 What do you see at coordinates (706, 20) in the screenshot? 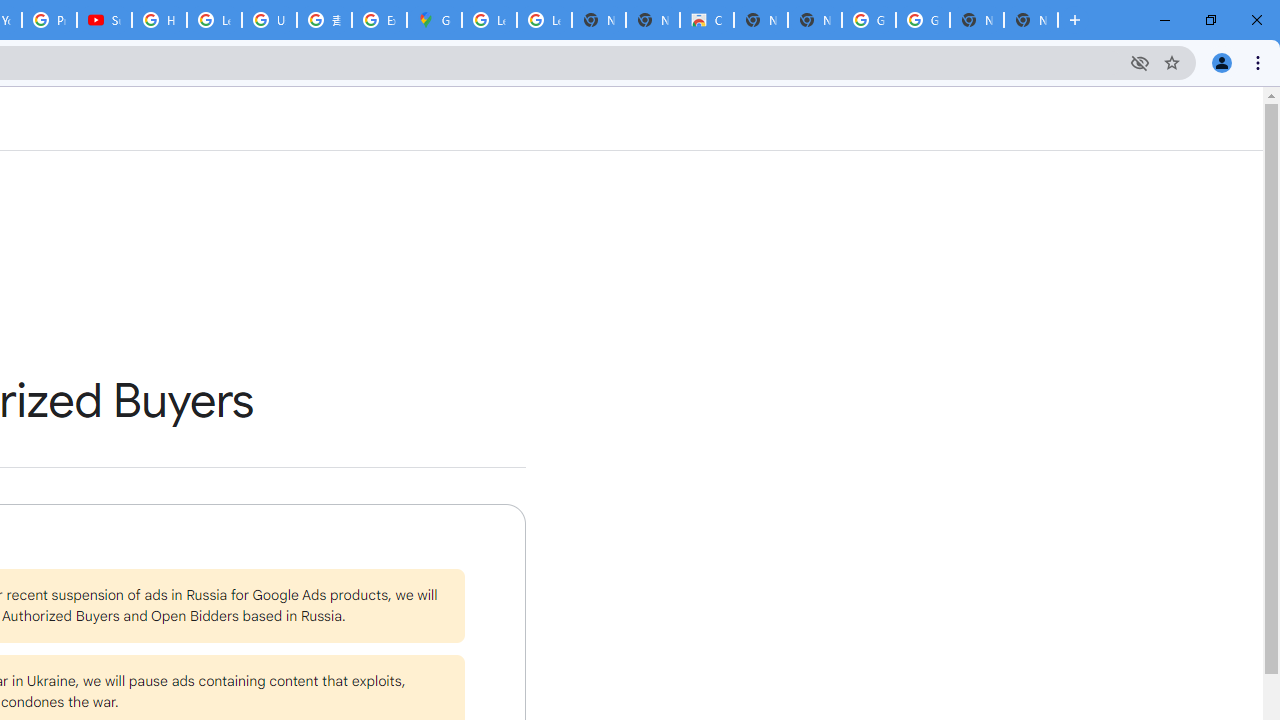
I see `'Chrome Web Store'` at bounding box center [706, 20].